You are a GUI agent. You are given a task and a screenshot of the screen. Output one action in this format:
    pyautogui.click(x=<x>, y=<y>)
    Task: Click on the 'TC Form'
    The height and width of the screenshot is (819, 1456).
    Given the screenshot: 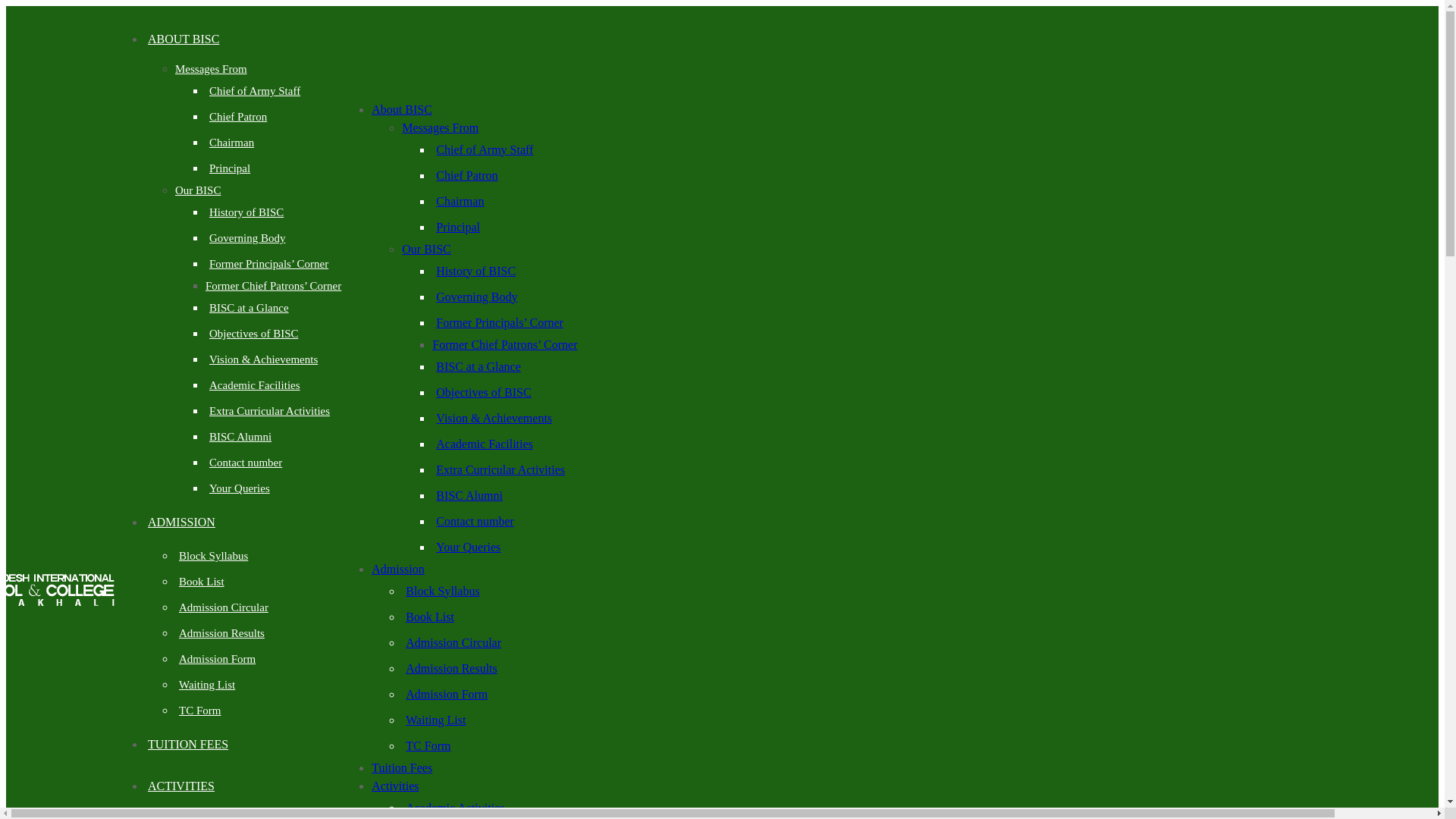 What is the action you would take?
    pyautogui.click(x=427, y=744)
    